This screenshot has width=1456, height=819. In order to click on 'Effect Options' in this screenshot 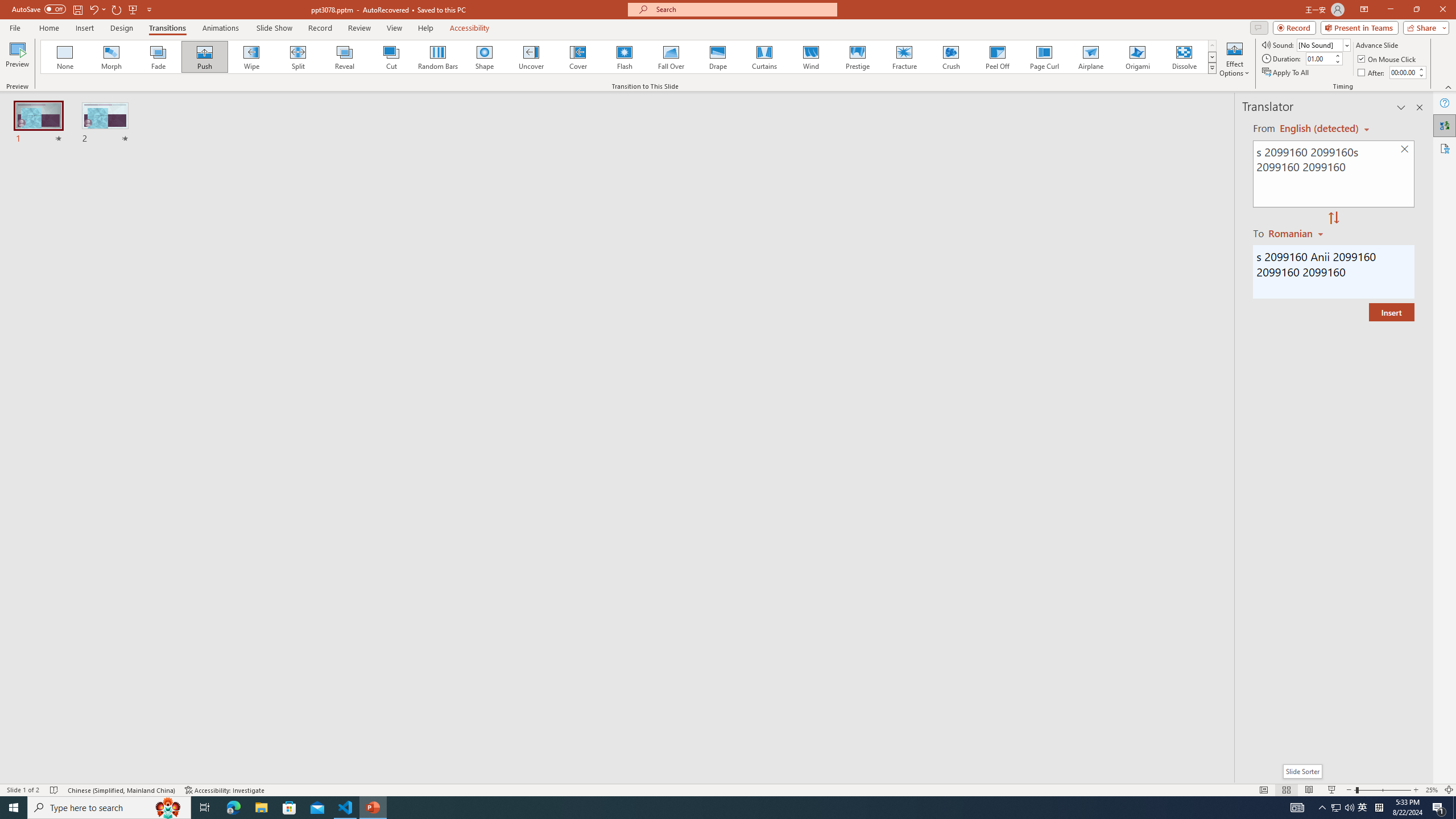, I will do `click(1234, 59)`.